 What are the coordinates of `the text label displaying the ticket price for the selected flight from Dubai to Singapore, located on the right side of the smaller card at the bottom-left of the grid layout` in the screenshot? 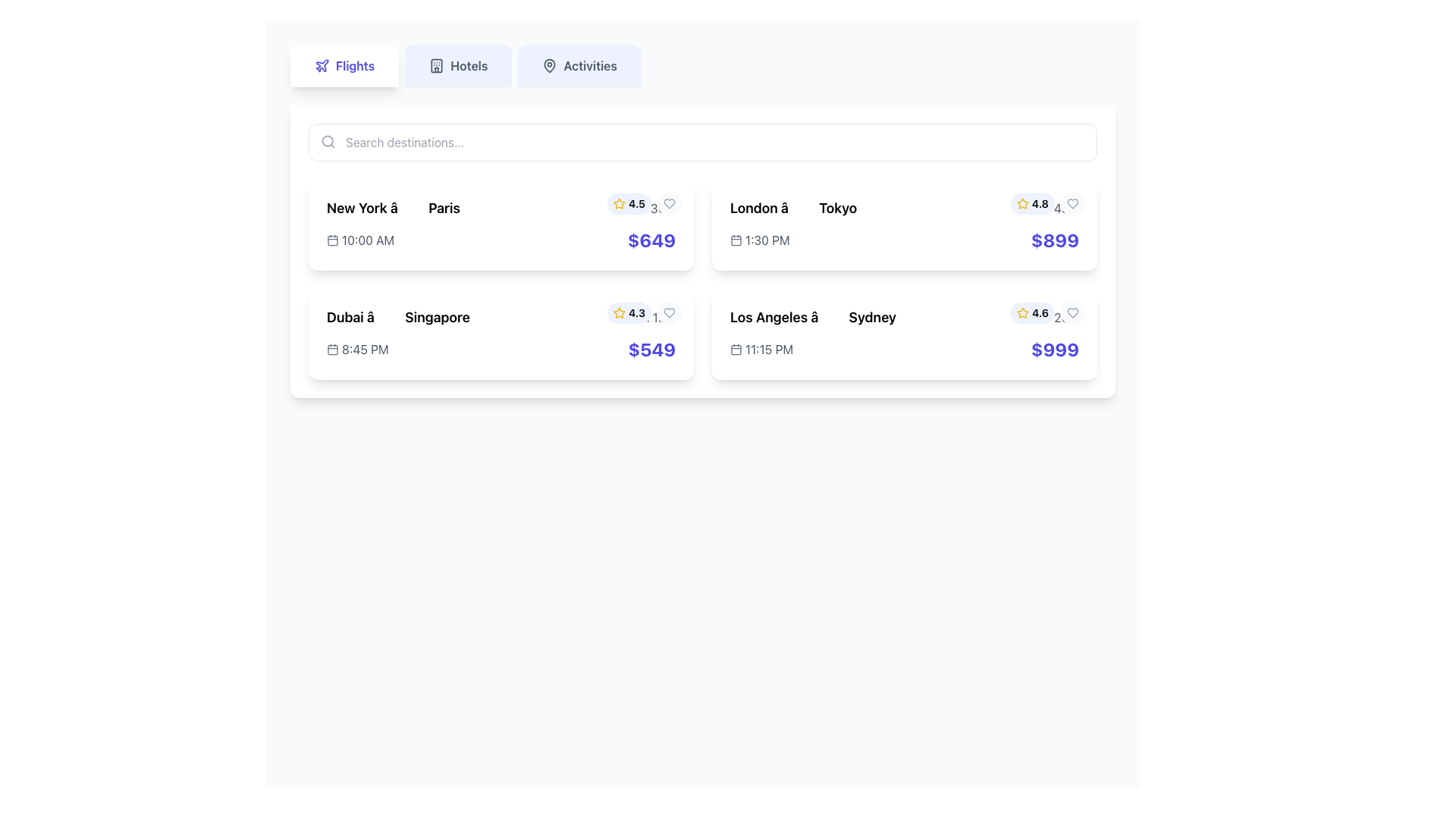 It's located at (651, 350).